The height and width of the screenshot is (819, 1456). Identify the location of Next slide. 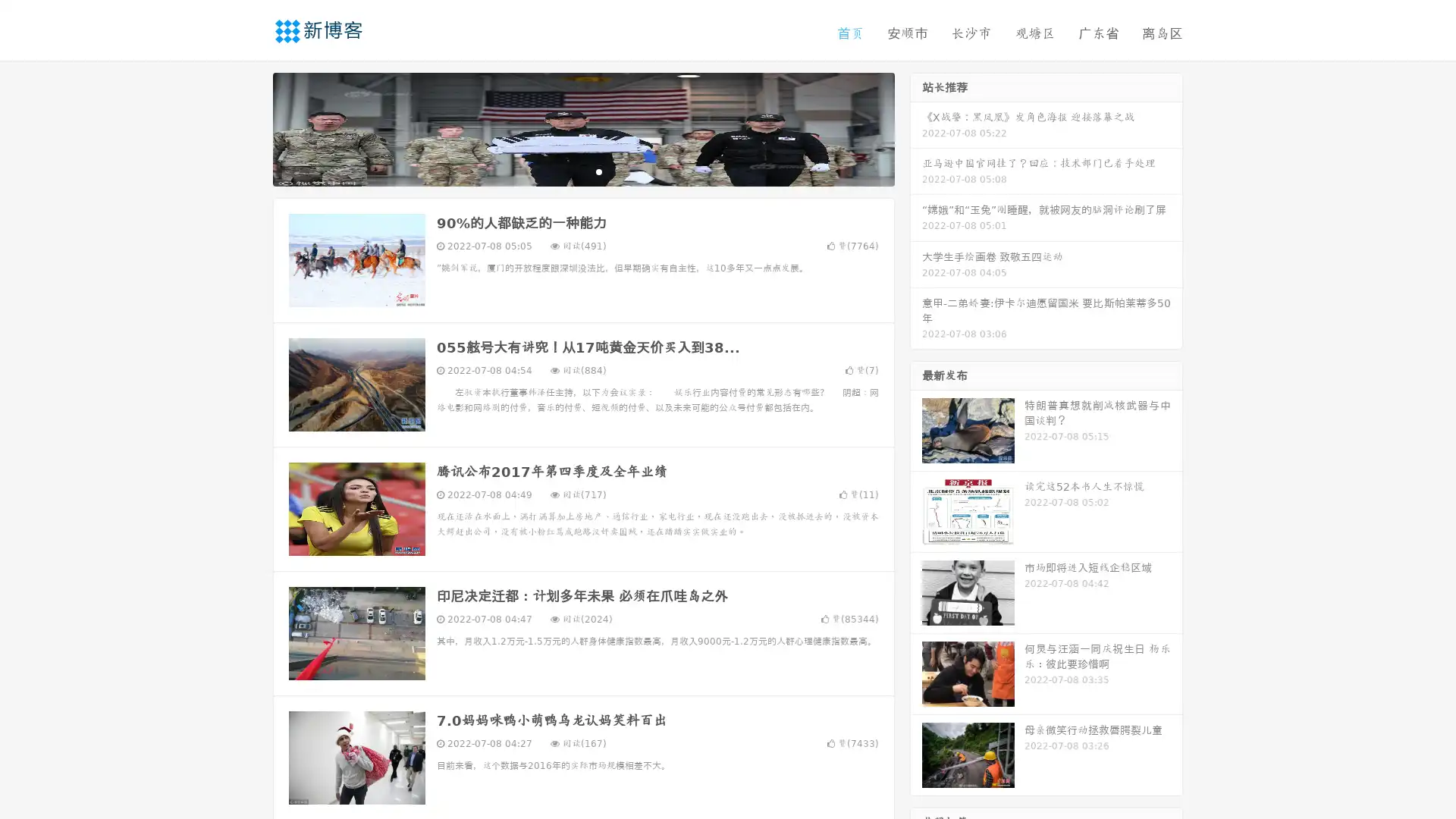
(916, 127).